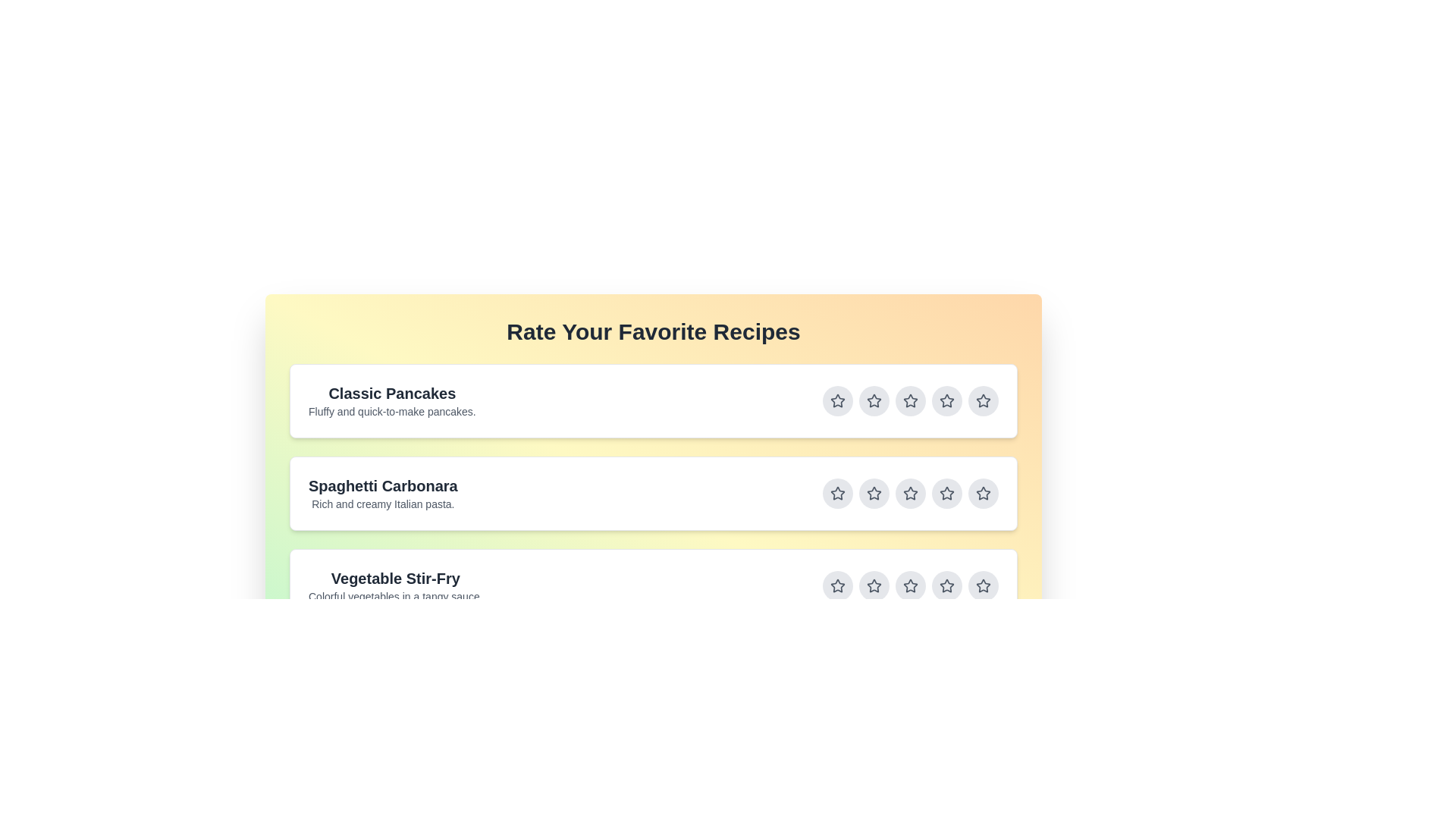  What do you see at coordinates (946, 585) in the screenshot?
I see `the star button corresponding to 4 stars for the recipe titled Vegetable Stir-Fry` at bounding box center [946, 585].